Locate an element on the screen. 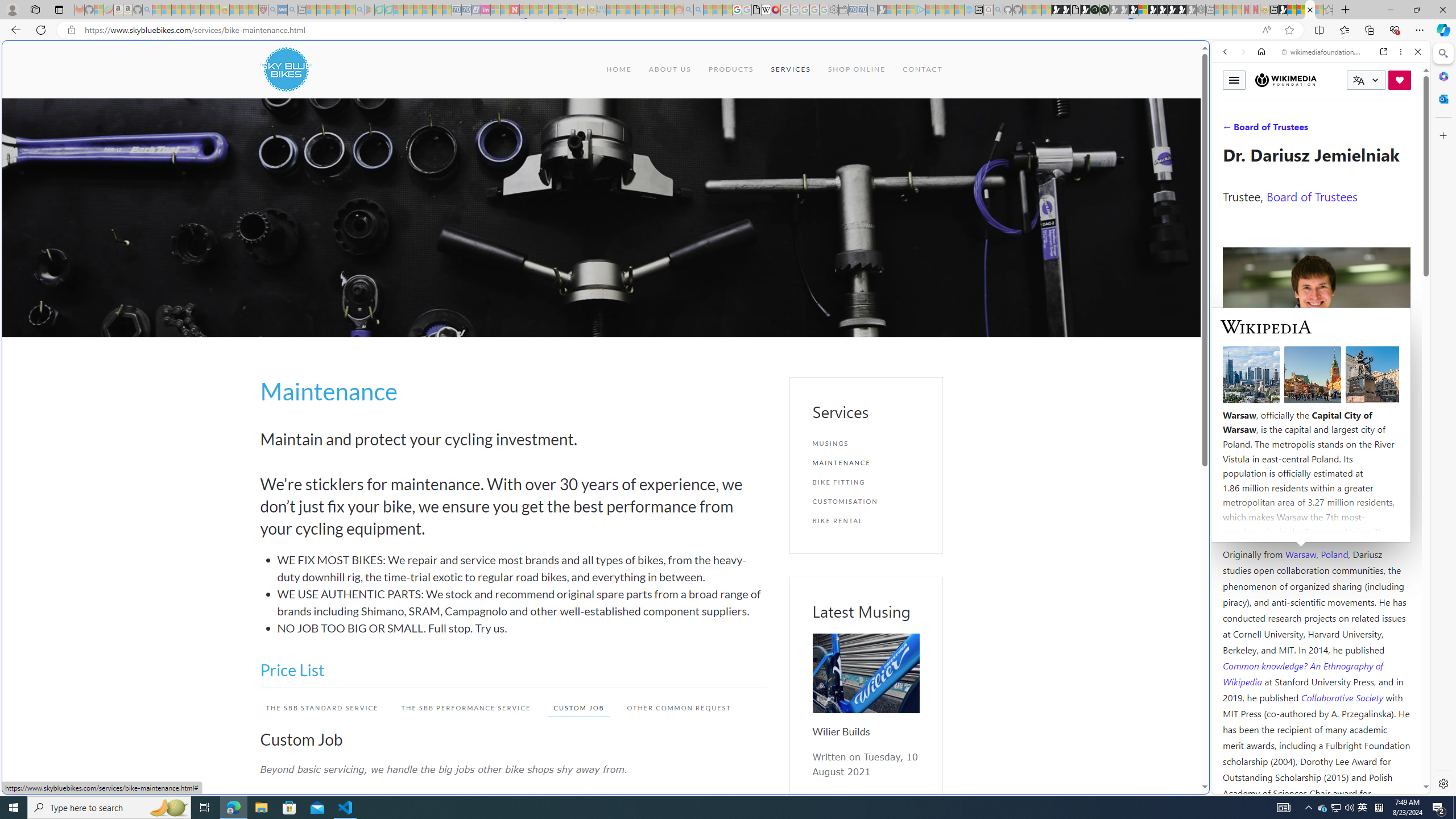 The height and width of the screenshot is (819, 1456). 'HOME' is located at coordinates (619, 68).